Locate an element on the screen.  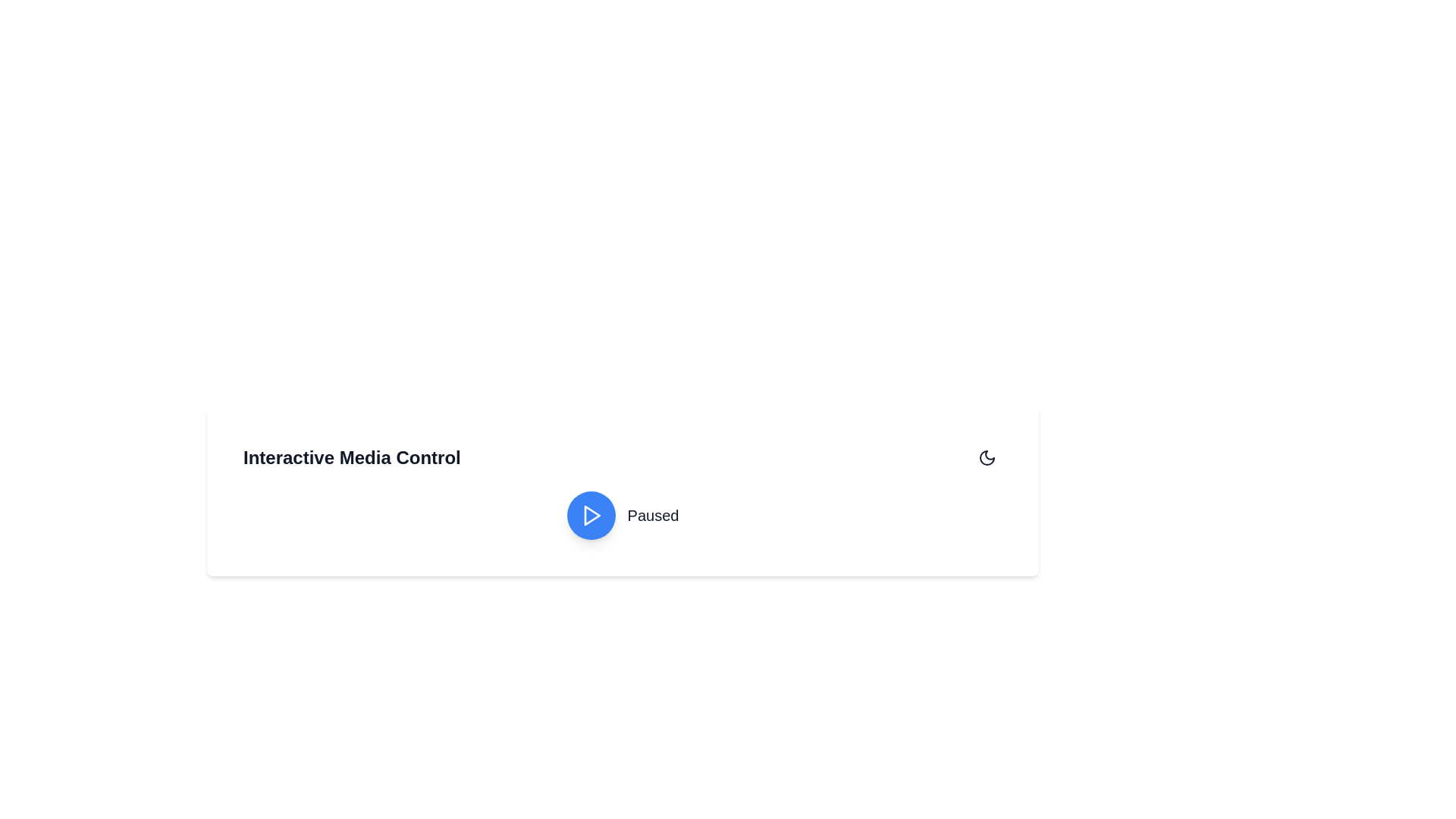
the text label displaying 'Paused', which is styled in bold and larger font, indicating the current state of the media player, located to the right of the blue circular play button is located at coordinates (653, 514).